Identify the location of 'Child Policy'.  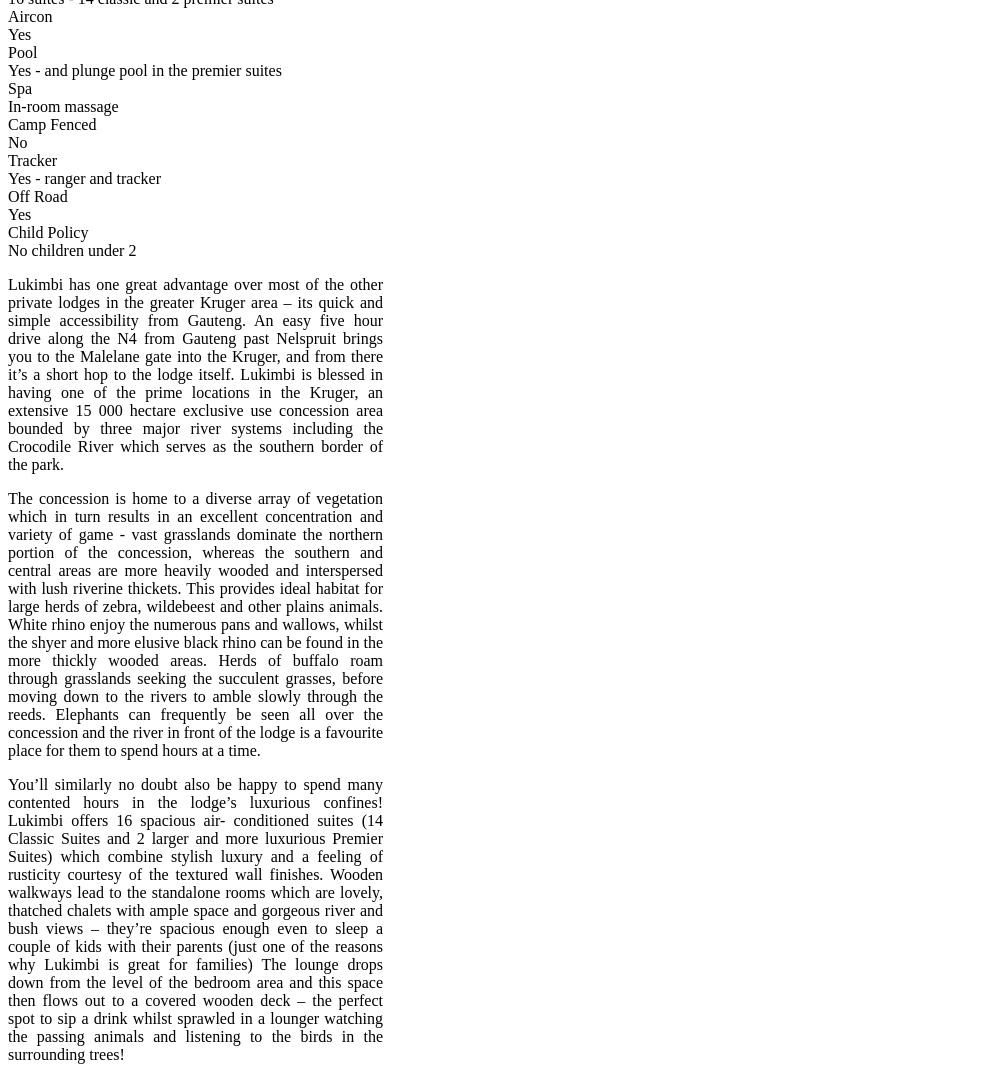
(48, 232).